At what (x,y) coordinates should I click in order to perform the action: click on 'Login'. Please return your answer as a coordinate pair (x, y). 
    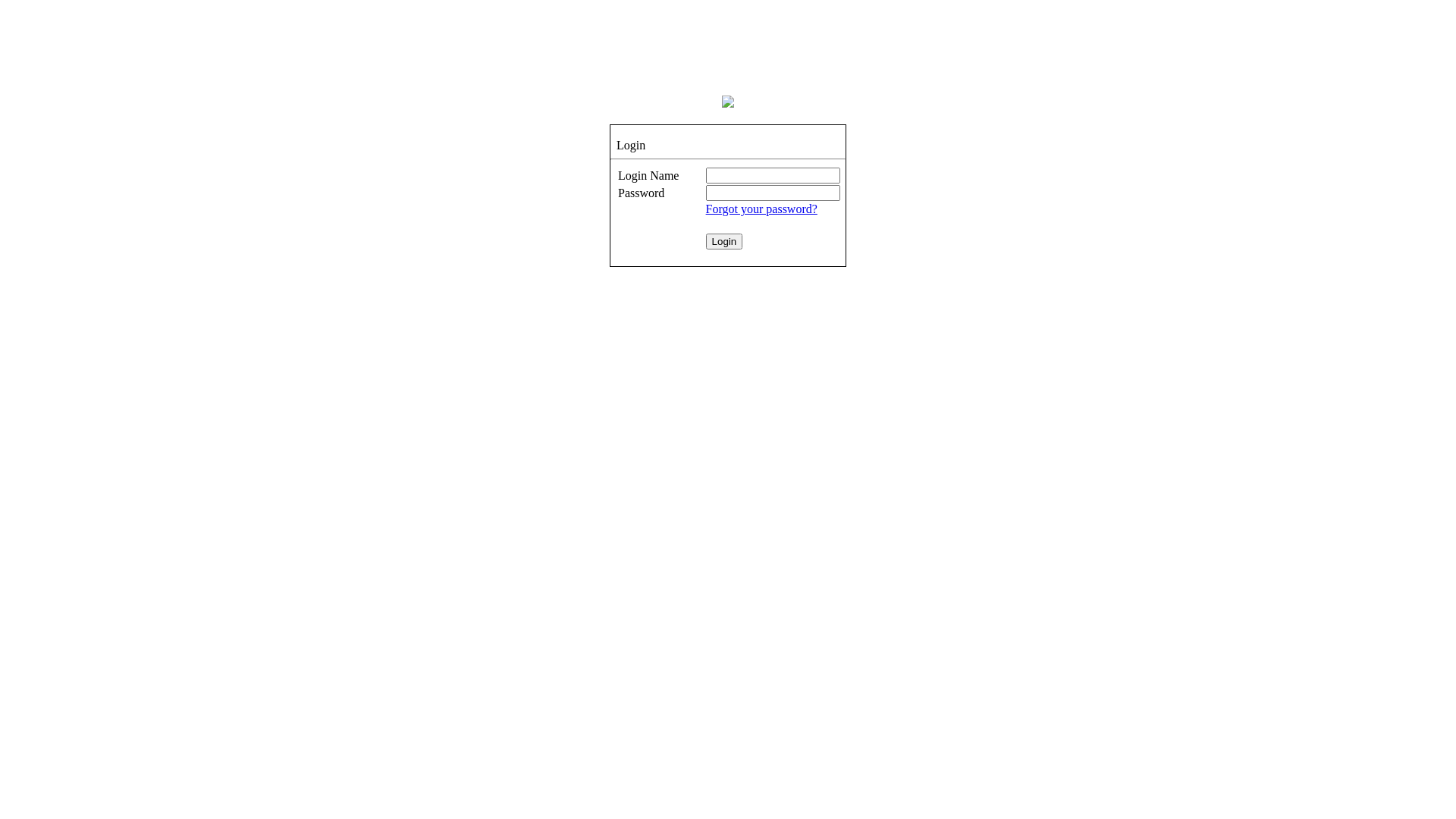
    Looking at the image, I should click on (705, 240).